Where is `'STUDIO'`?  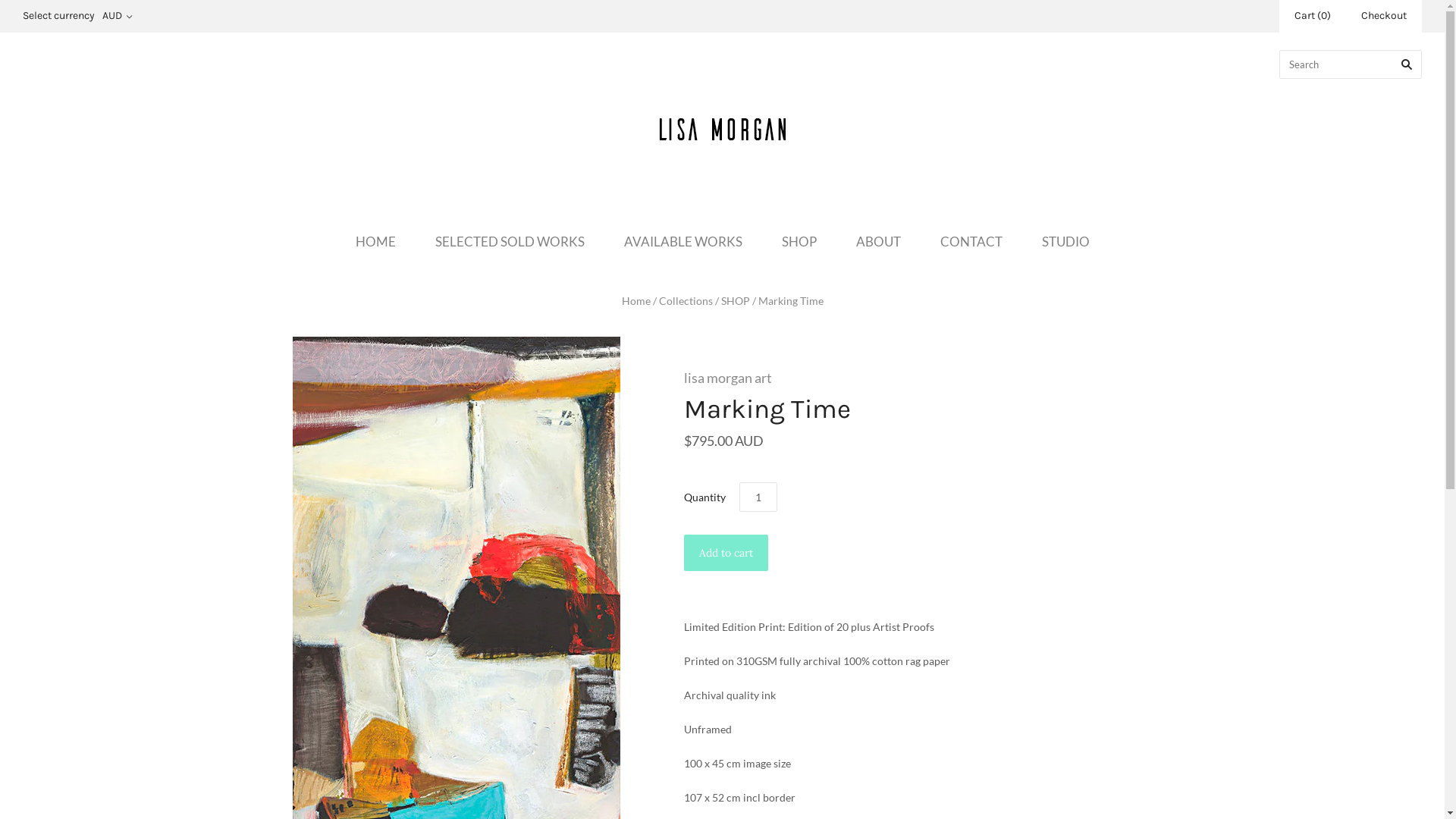 'STUDIO' is located at coordinates (1065, 240).